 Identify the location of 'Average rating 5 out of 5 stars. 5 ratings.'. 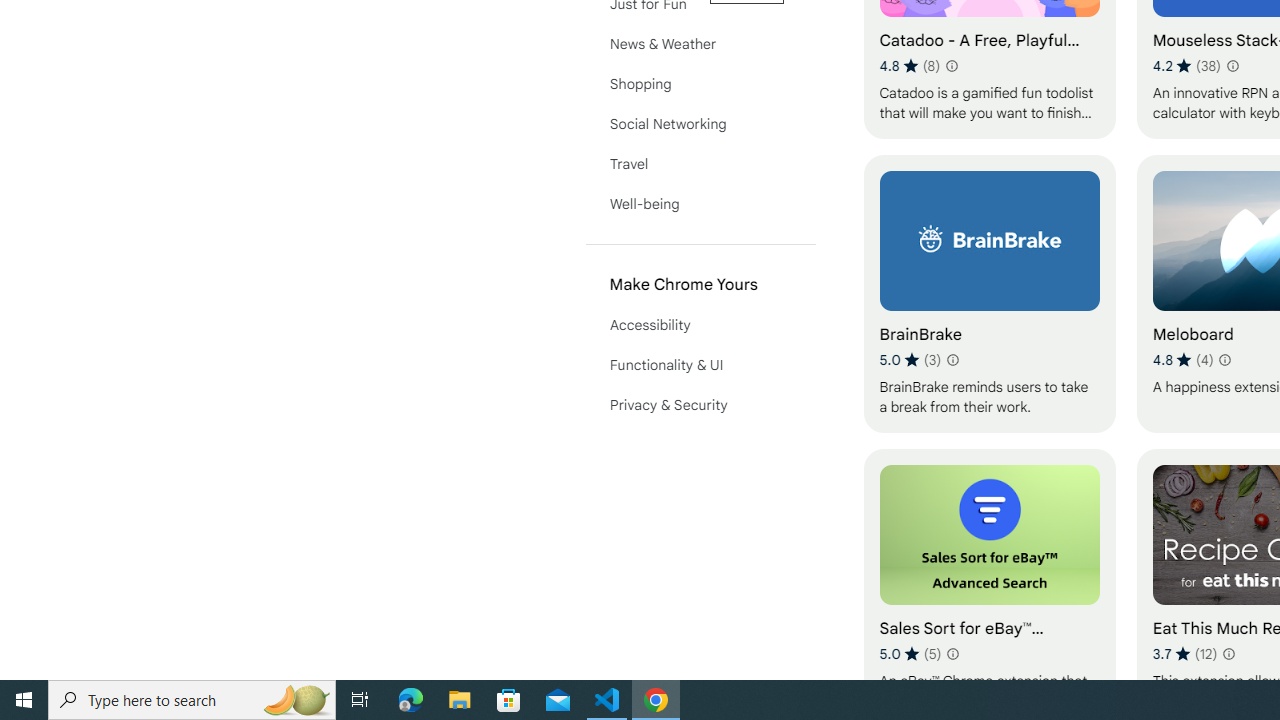
(909, 653).